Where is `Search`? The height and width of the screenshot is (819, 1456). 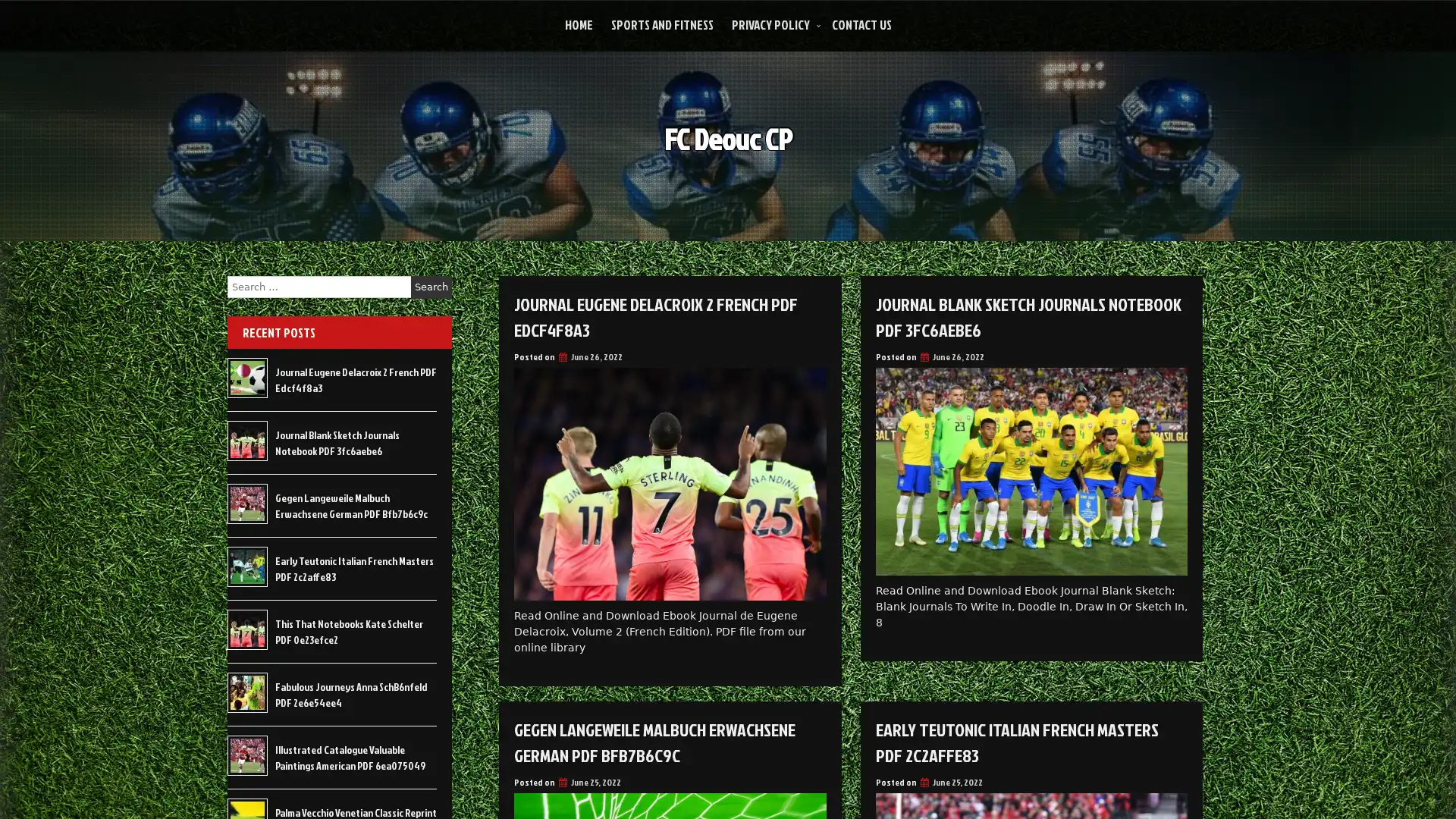
Search is located at coordinates (431, 287).